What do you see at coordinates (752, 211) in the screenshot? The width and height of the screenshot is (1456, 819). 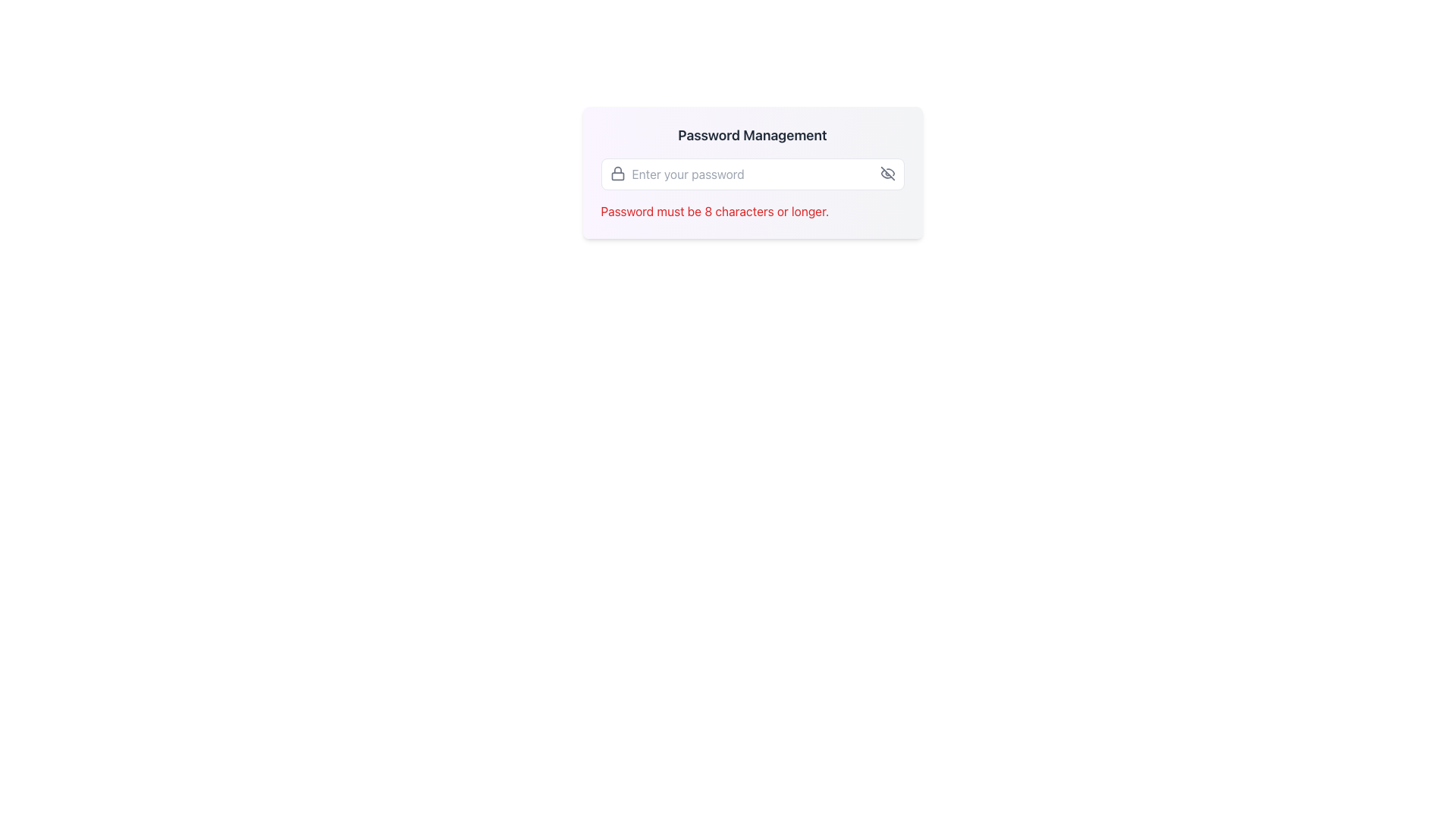 I see `error message displayed in red text that states 'Password must be 8 characters or longer.' located below the password input field in the 'Password Management' interface` at bounding box center [752, 211].